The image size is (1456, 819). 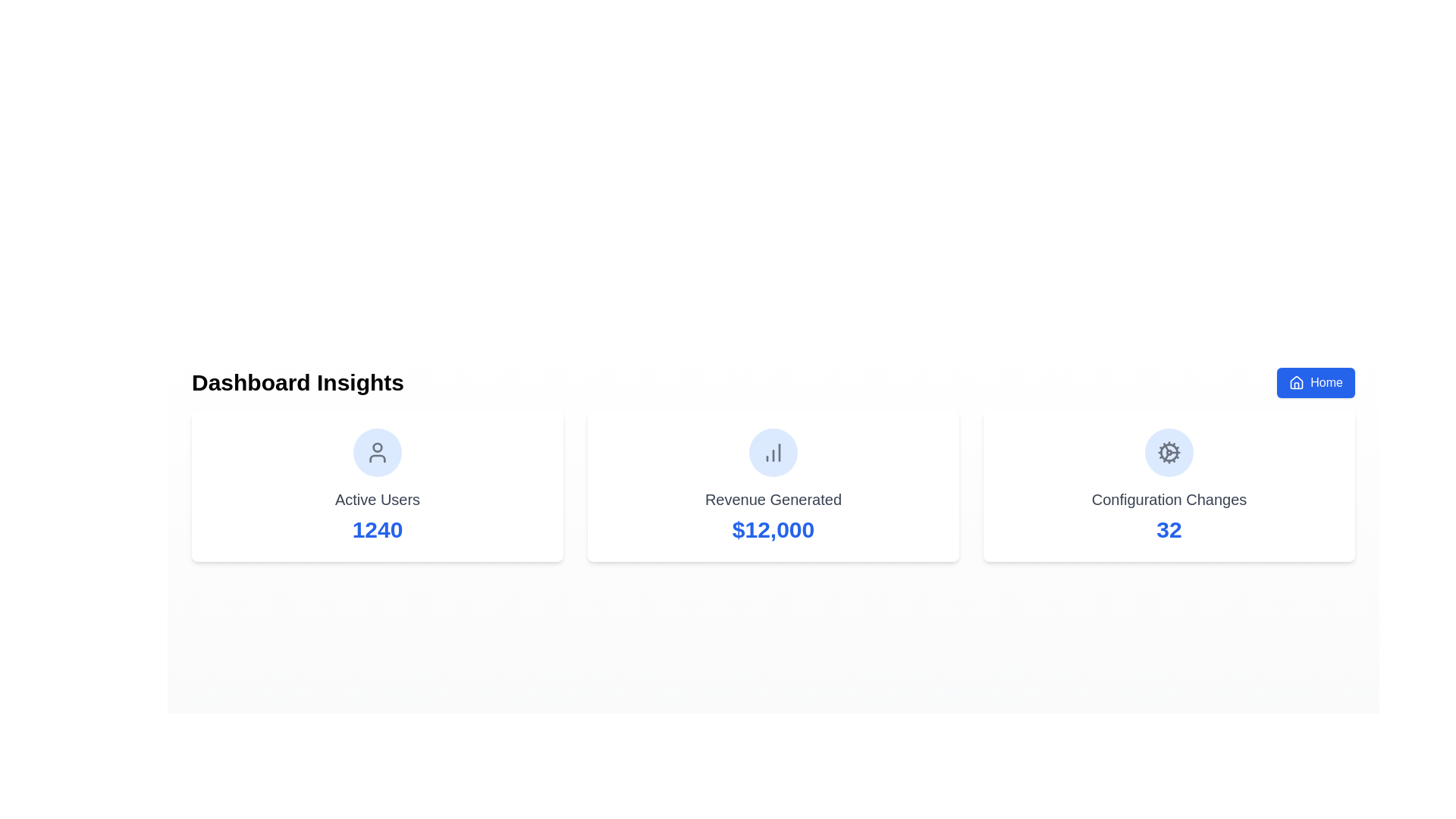 What do you see at coordinates (378, 447) in the screenshot?
I see `the graphical circle element within the SVG representation of the user icon, located above the text 'Active Users 1240' on the leftmost card of the dashboard` at bounding box center [378, 447].